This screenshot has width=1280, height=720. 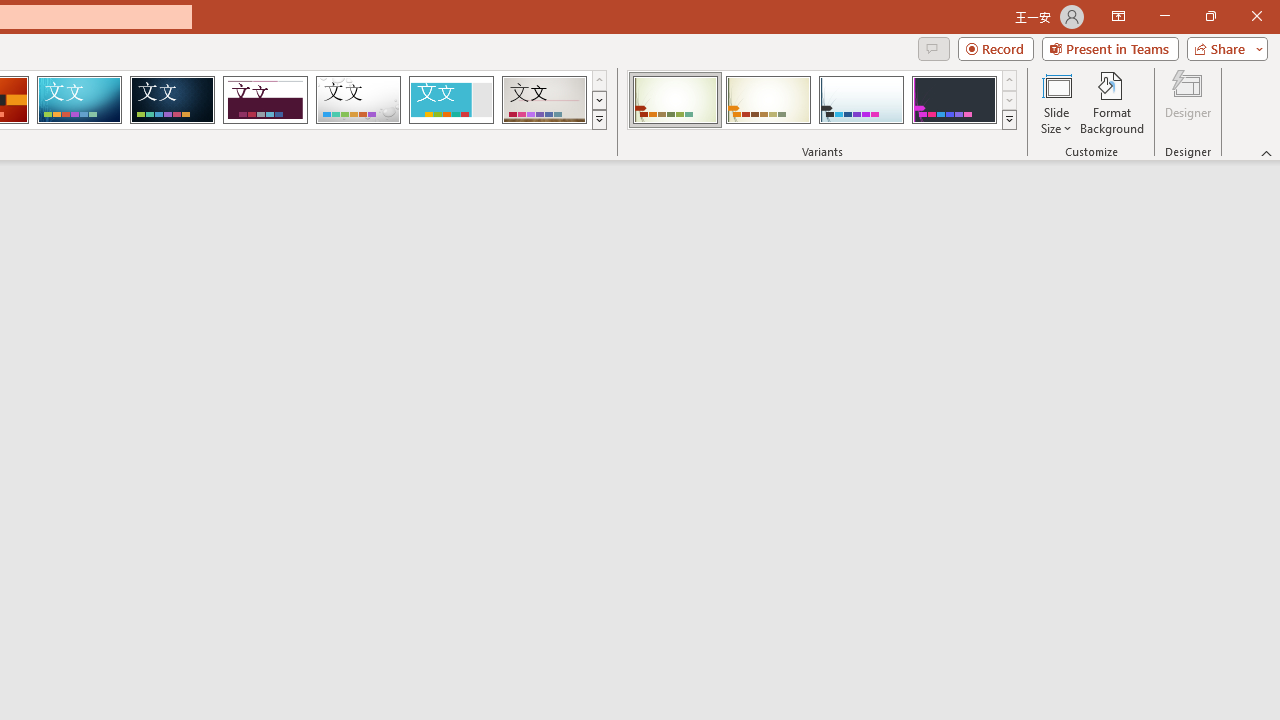 I want to click on 'Themes', so click(x=598, y=120).